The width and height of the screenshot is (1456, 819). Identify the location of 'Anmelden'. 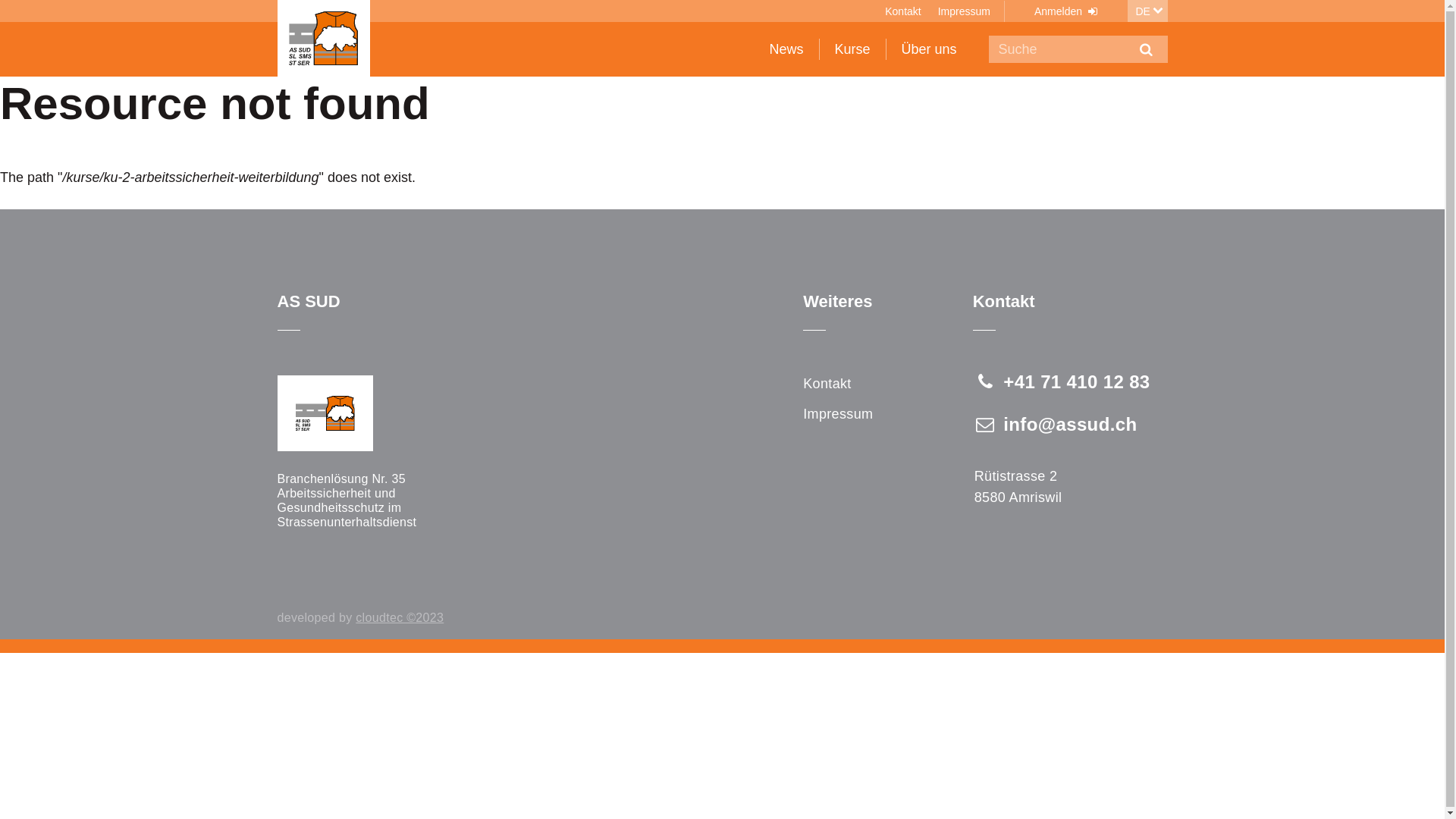
(1033, 11).